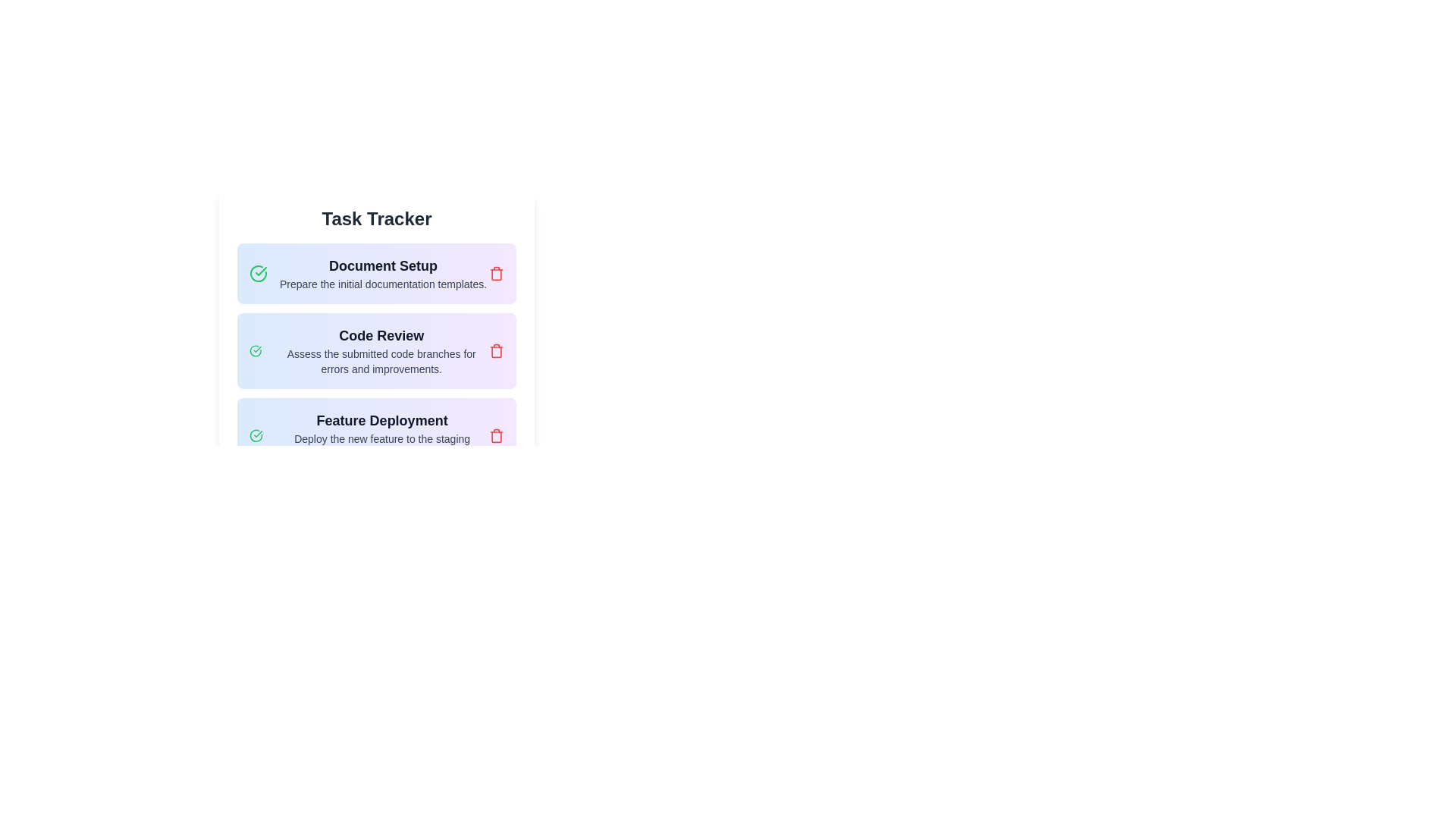 The width and height of the screenshot is (1456, 819). What do you see at coordinates (383, 274) in the screenshot?
I see `the informational text block that serves as the header for the task in the task tracker, located under the 'Task Tracker' heading and above other items like 'Code Review' and 'Feature Deployment'` at bounding box center [383, 274].